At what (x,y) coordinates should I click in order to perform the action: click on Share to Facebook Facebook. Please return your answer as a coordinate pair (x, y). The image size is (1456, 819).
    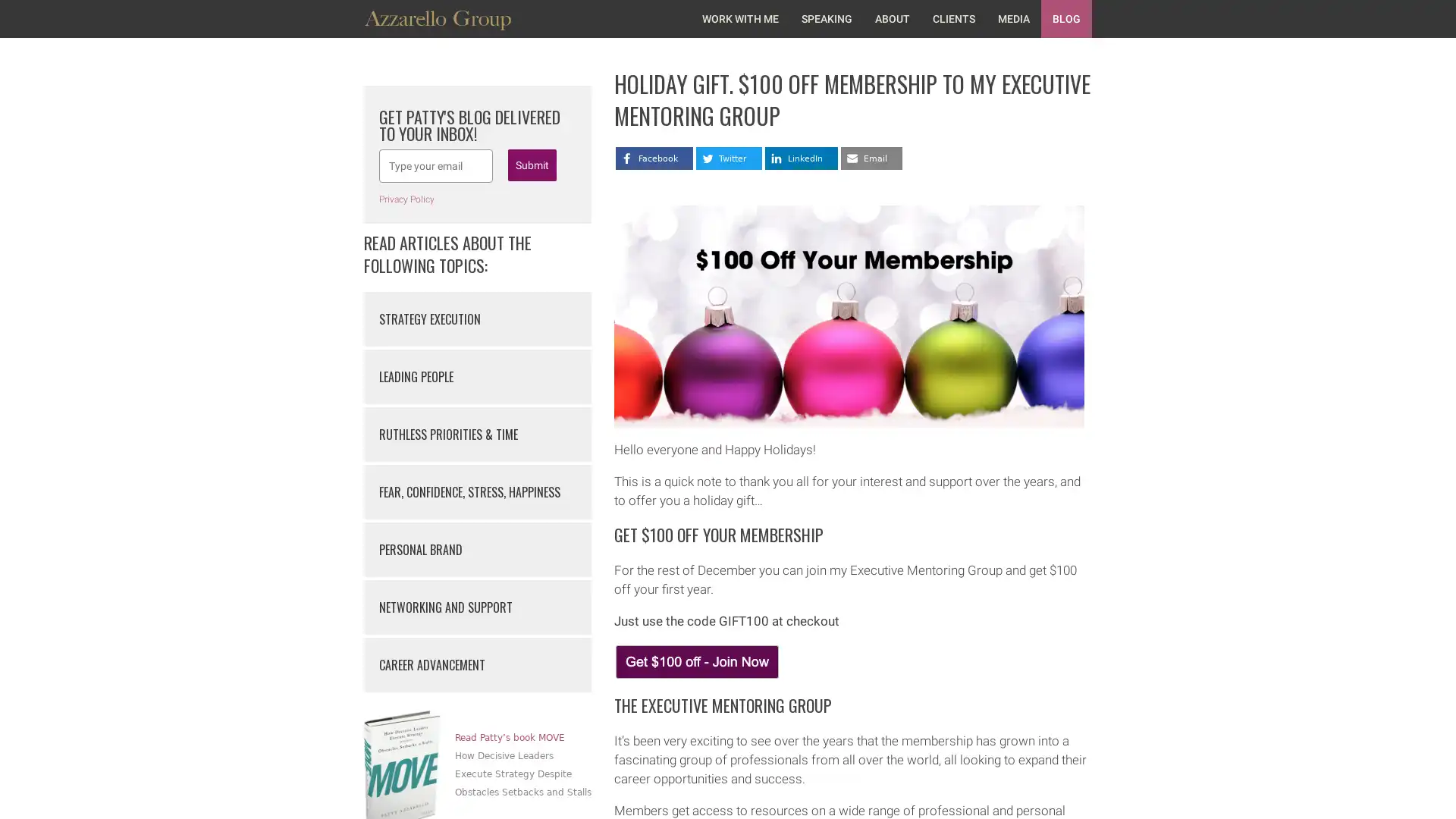
    Looking at the image, I should click on (654, 158).